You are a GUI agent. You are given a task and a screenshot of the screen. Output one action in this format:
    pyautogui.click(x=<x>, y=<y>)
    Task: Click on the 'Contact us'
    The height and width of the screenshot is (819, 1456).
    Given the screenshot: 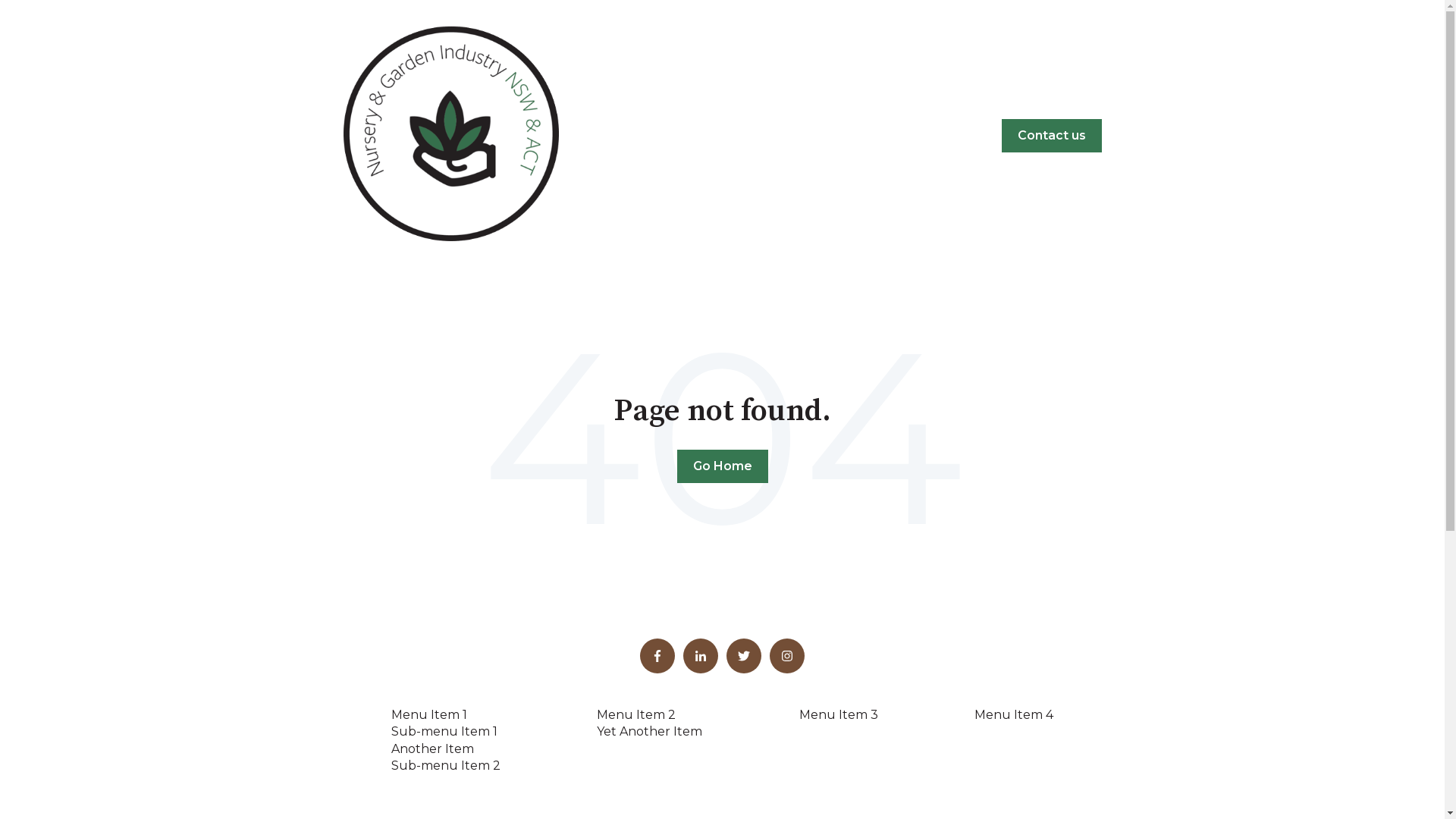 What is the action you would take?
    pyautogui.click(x=1001, y=134)
    